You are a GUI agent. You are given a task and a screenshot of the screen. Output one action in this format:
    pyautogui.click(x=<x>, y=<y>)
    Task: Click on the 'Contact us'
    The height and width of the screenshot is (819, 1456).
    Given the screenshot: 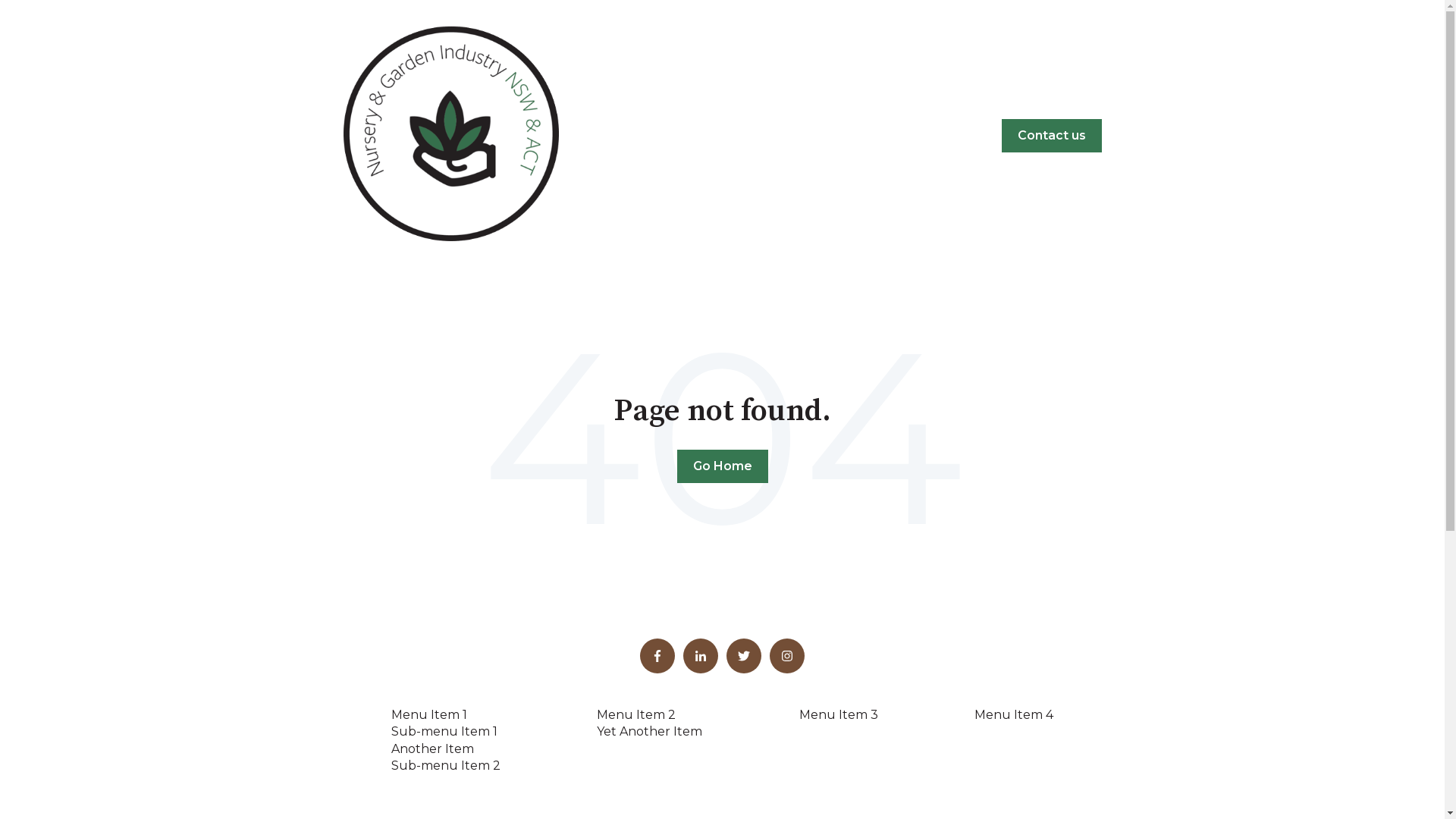 What is the action you would take?
    pyautogui.click(x=1001, y=134)
    